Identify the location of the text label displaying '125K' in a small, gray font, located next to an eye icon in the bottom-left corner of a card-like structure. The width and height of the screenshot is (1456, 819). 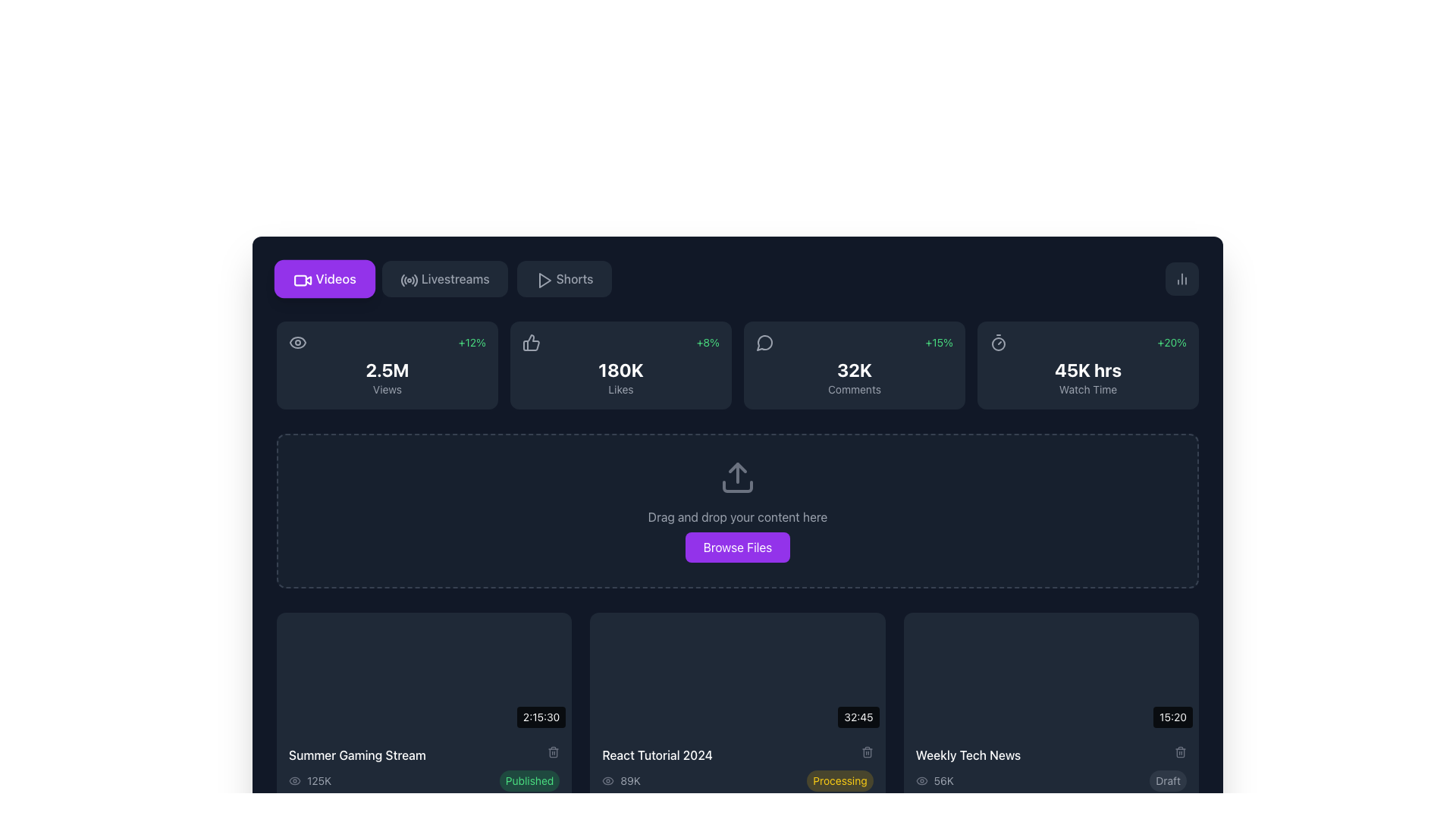
(318, 780).